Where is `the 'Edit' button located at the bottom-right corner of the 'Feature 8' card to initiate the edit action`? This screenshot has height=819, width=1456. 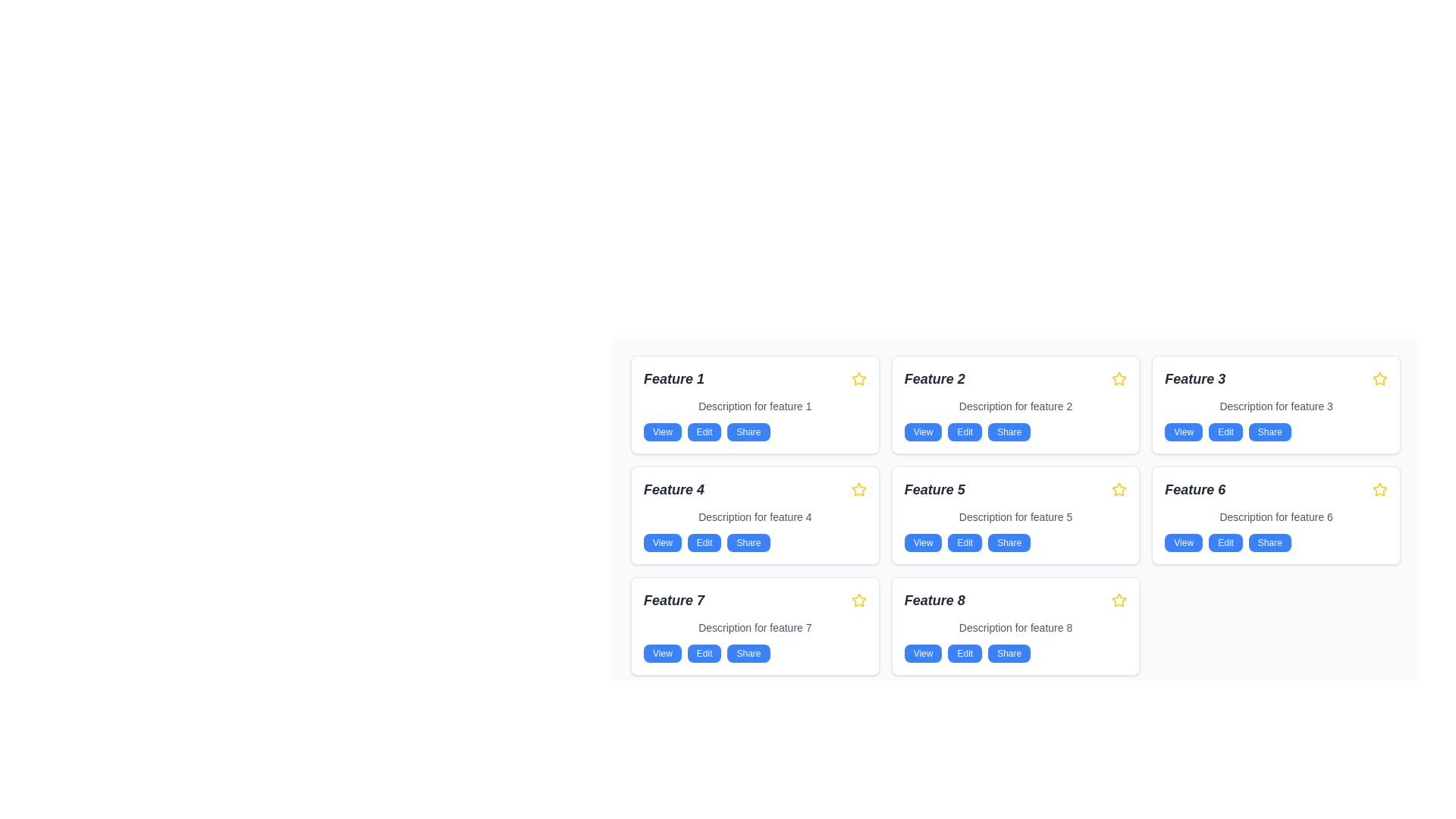 the 'Edit' button located at the bottom-right corner of the 'Feature 8' card to initiate the edit action is located at coordinates (964, 652).